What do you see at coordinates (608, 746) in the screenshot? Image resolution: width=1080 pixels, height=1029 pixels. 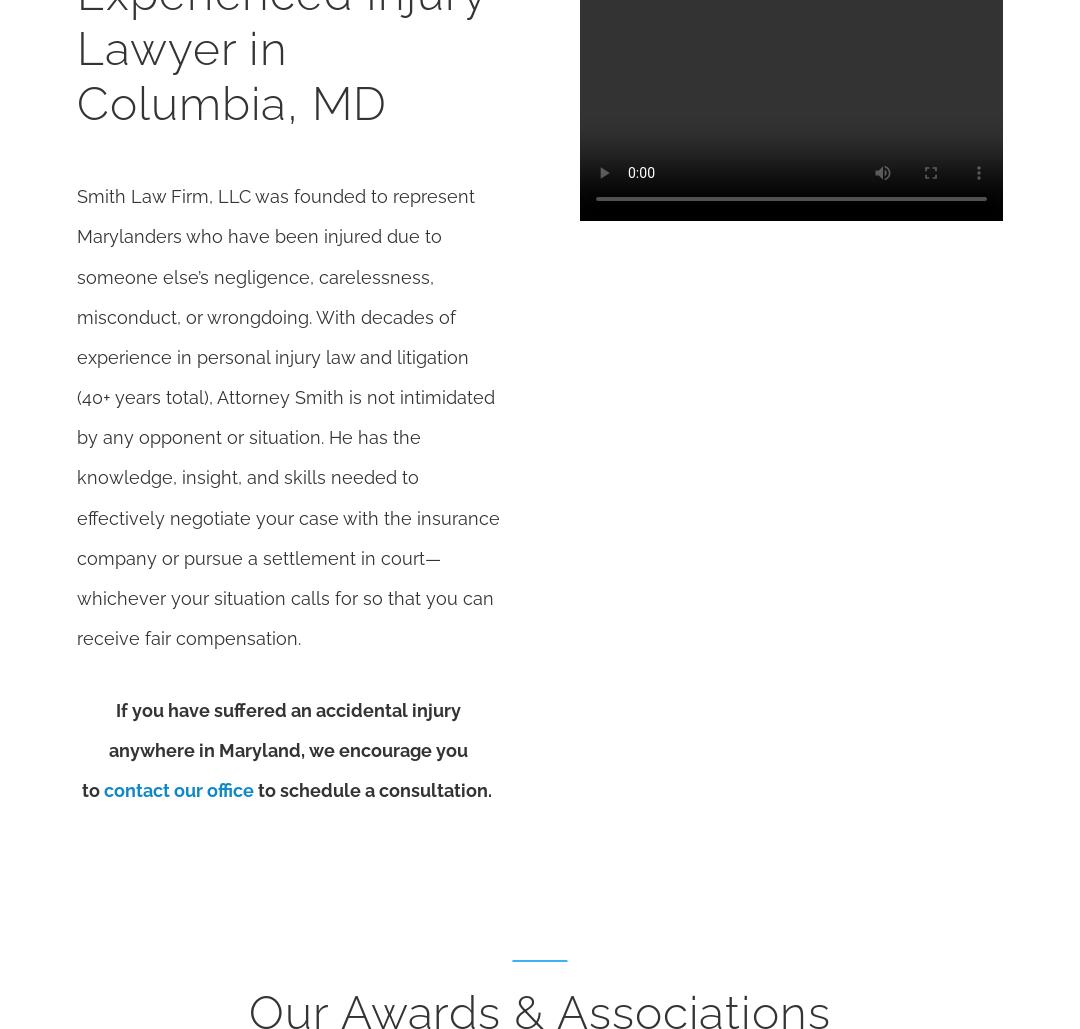 I see `'11/23/22'` at bounding box center [608, 746].